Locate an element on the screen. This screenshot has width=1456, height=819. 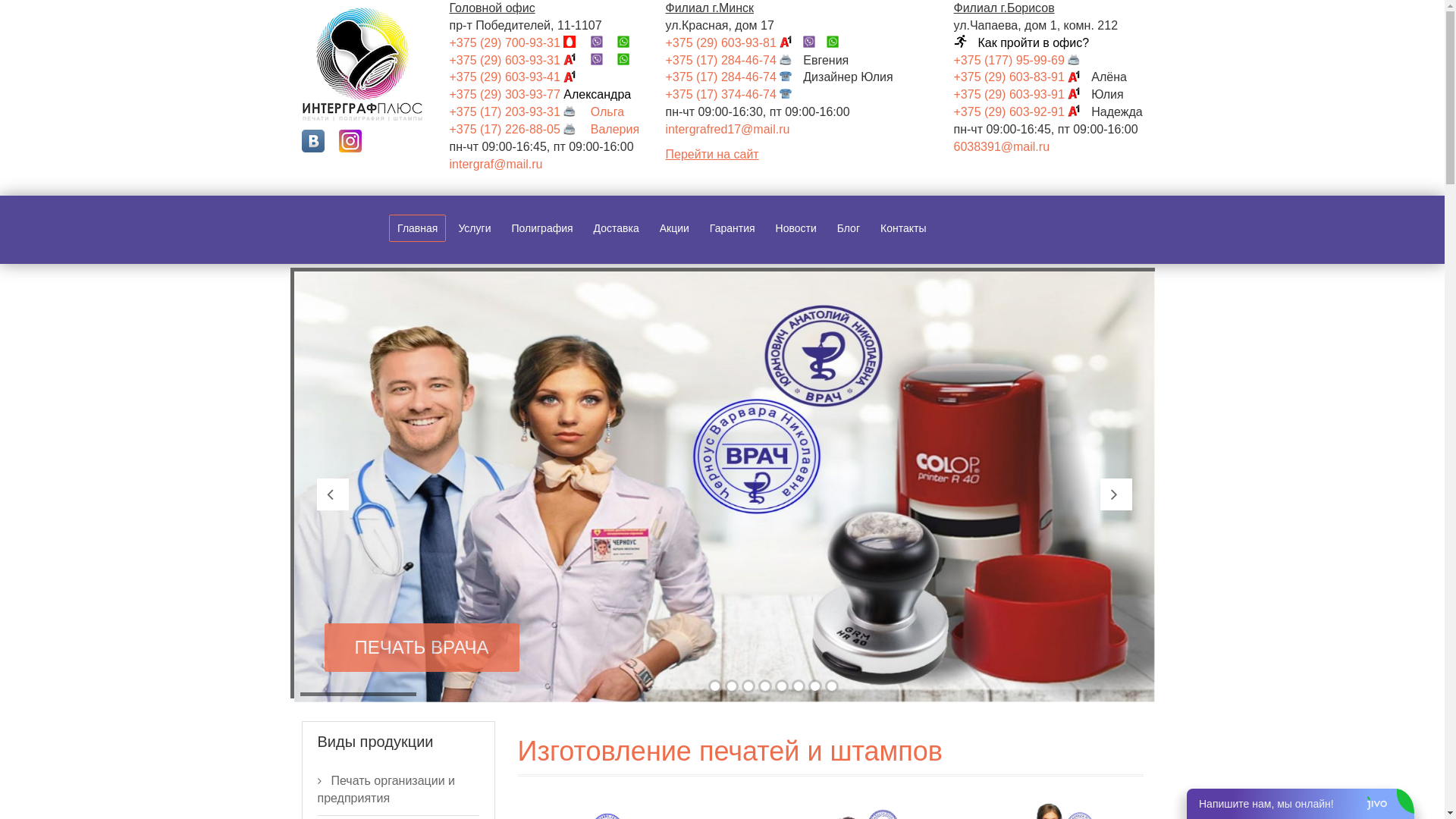
'+375 (29) 603-93-91 ' is located at coordinates (952, 94).